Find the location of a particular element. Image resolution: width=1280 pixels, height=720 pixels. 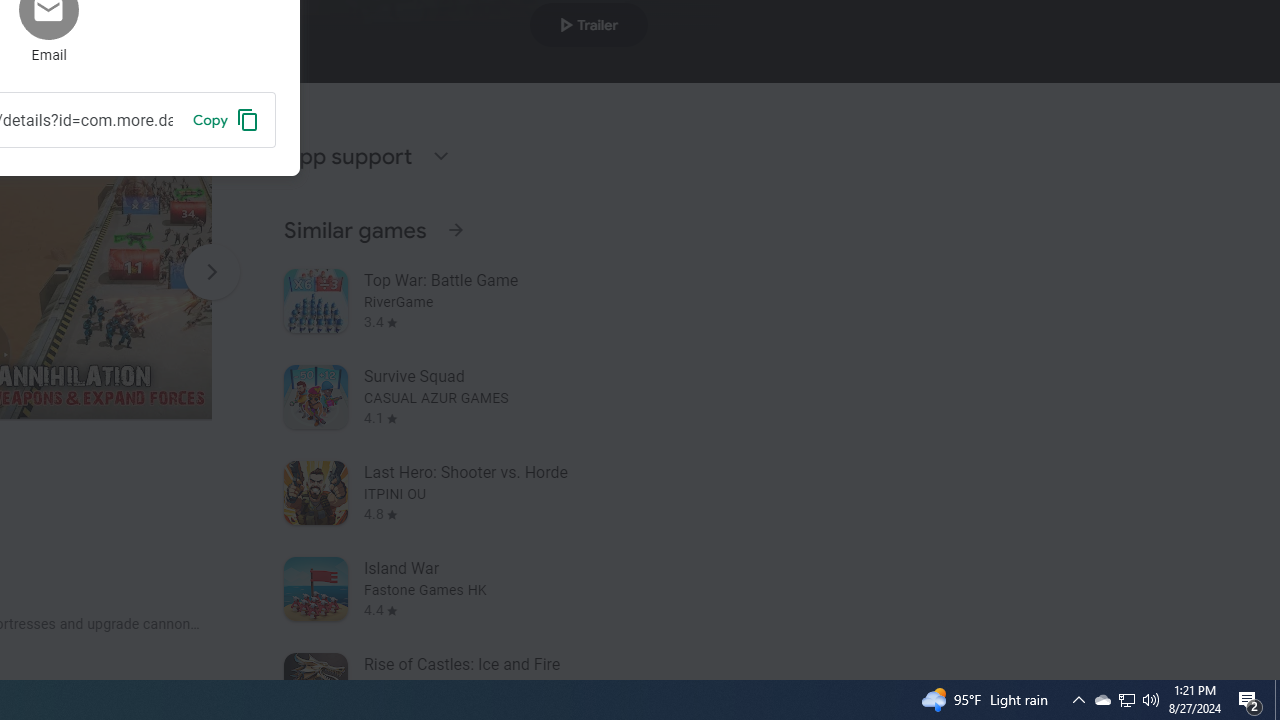

'Copy link to clipboard' is located at coordinates (225, 119).